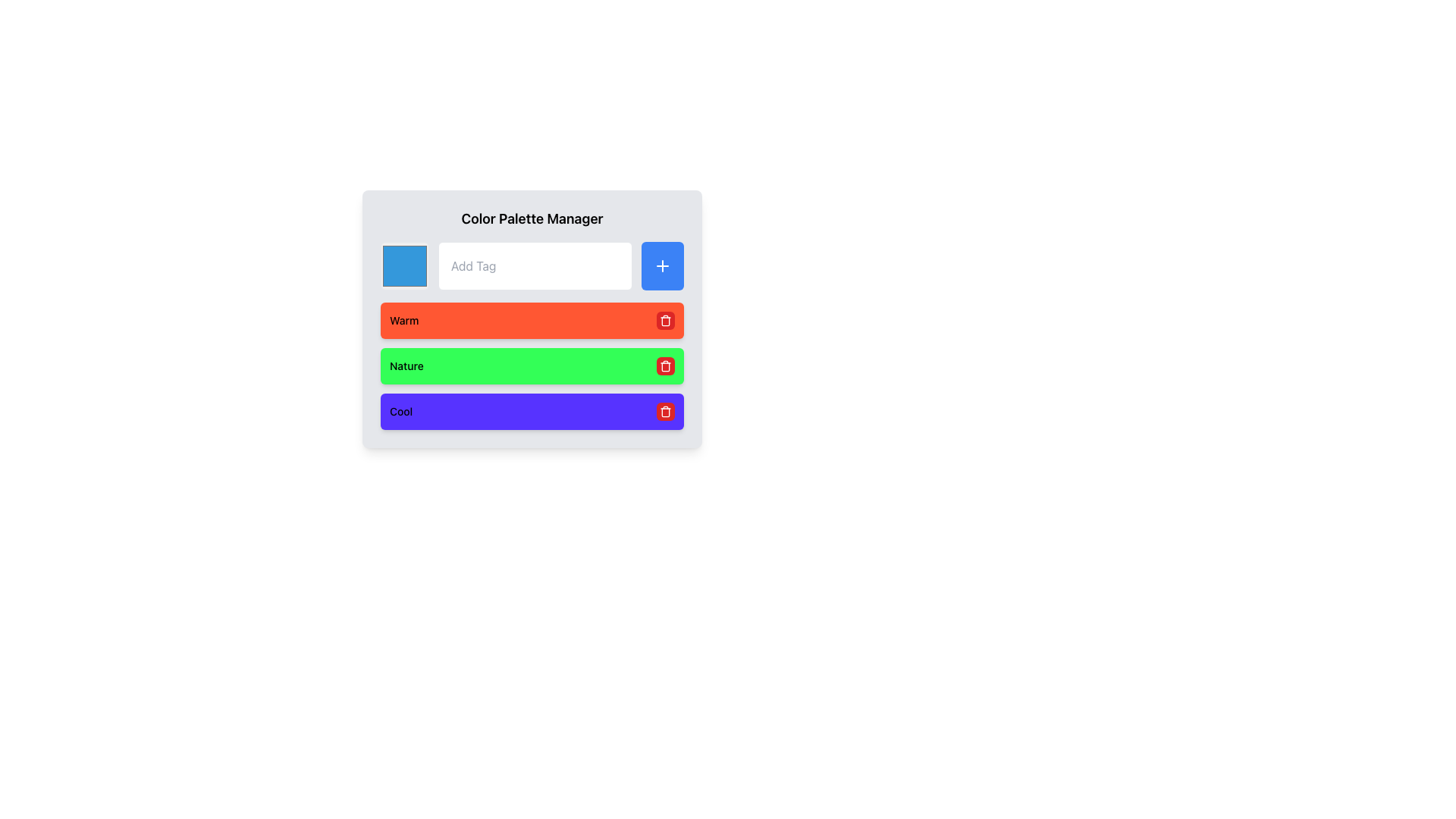 The width and height of the screenshot is (1456, 819). What do you see at coordinates (662, 265) in the screenshot?
I see `the 'Add' button located on the right side of the 'Add Tag' input field in the Color Palette Manager interface` at bounding box center [662, 265].